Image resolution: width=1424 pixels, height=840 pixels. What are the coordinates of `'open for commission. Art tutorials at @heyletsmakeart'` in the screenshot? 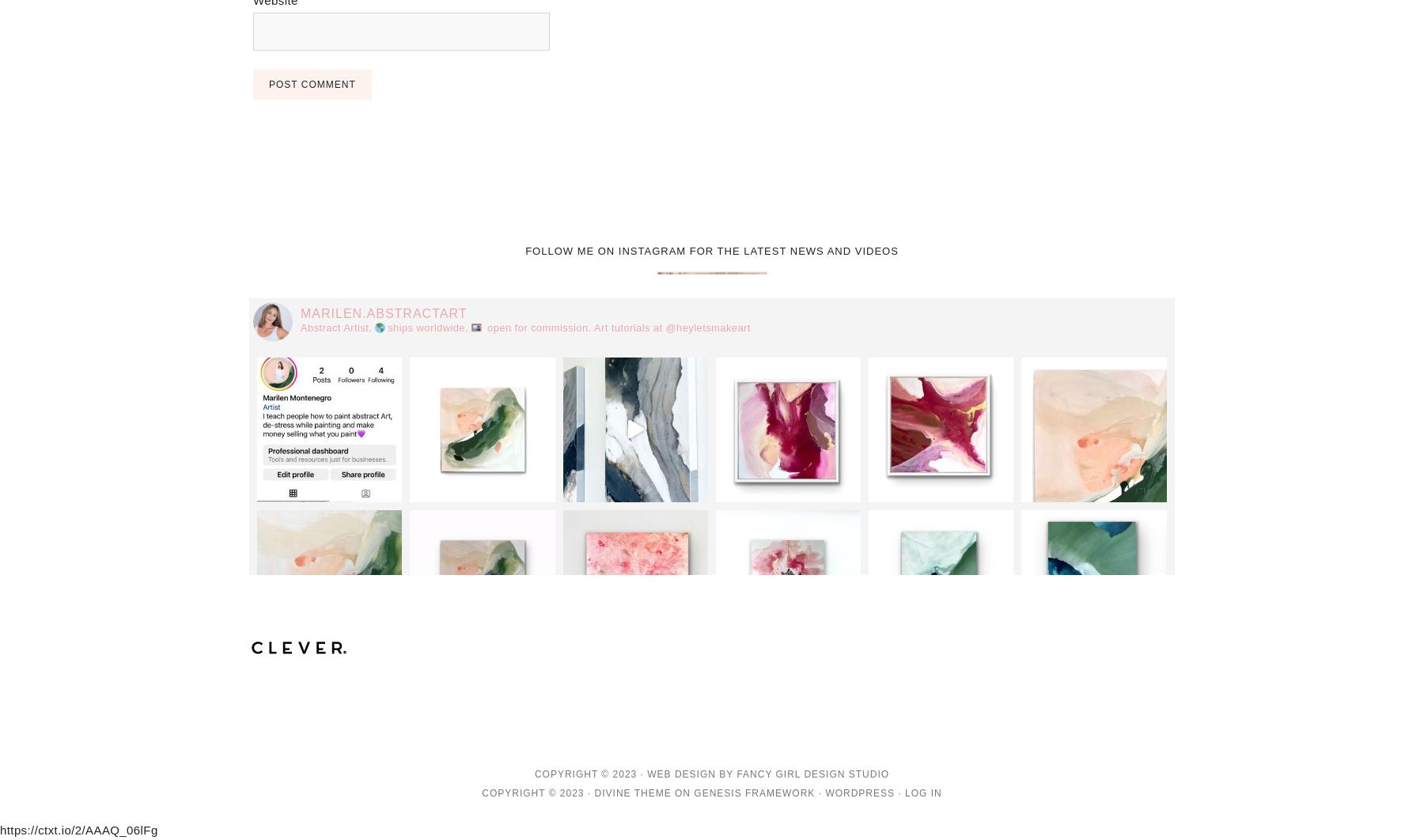 It's located at (615, 327).